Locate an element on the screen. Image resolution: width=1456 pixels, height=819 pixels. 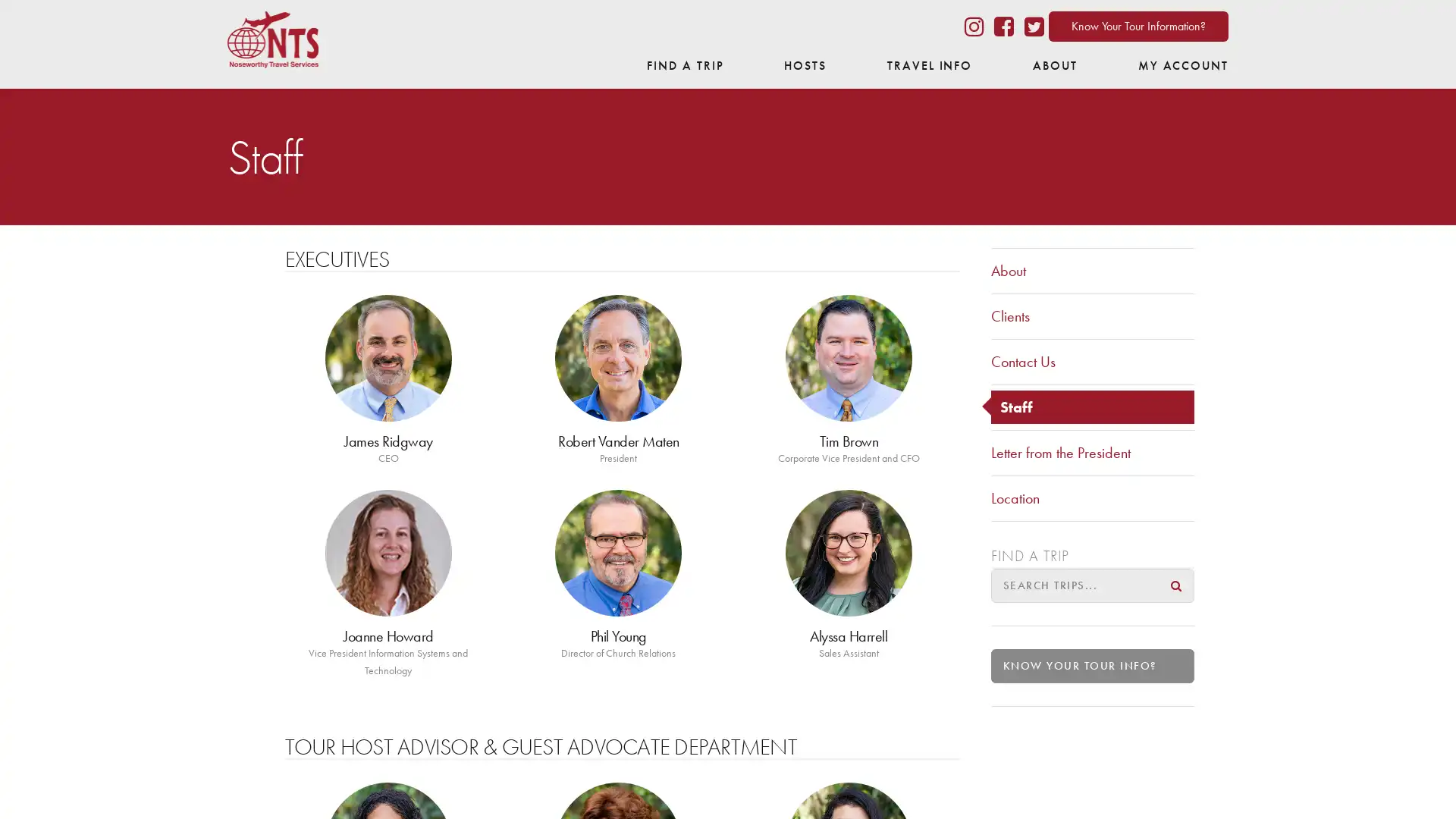
SEARCH is located at coordinates (1175, 584).